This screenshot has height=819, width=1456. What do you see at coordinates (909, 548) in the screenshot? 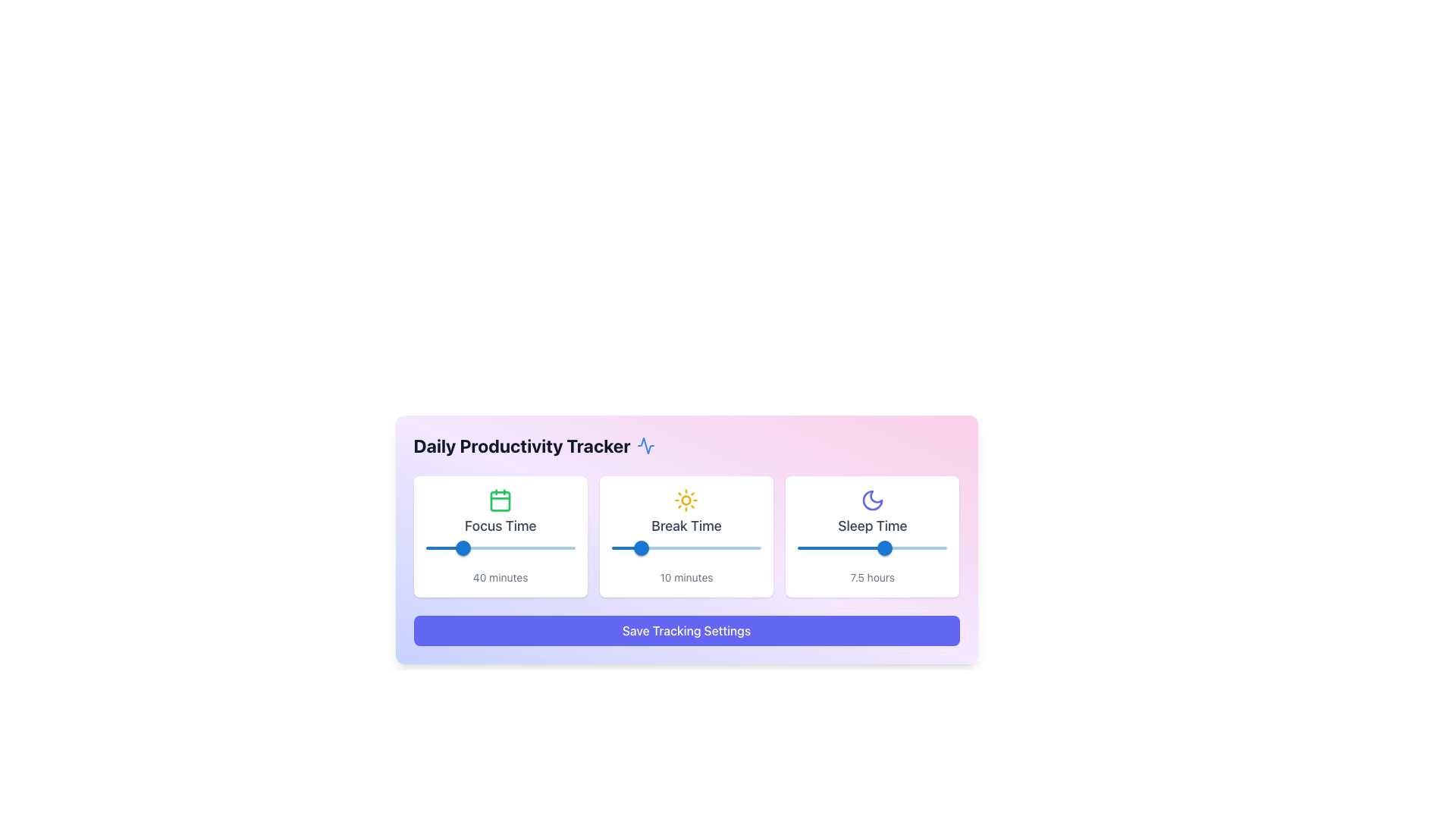
I see `the sleep time slider` at bounding box center [909, 548].